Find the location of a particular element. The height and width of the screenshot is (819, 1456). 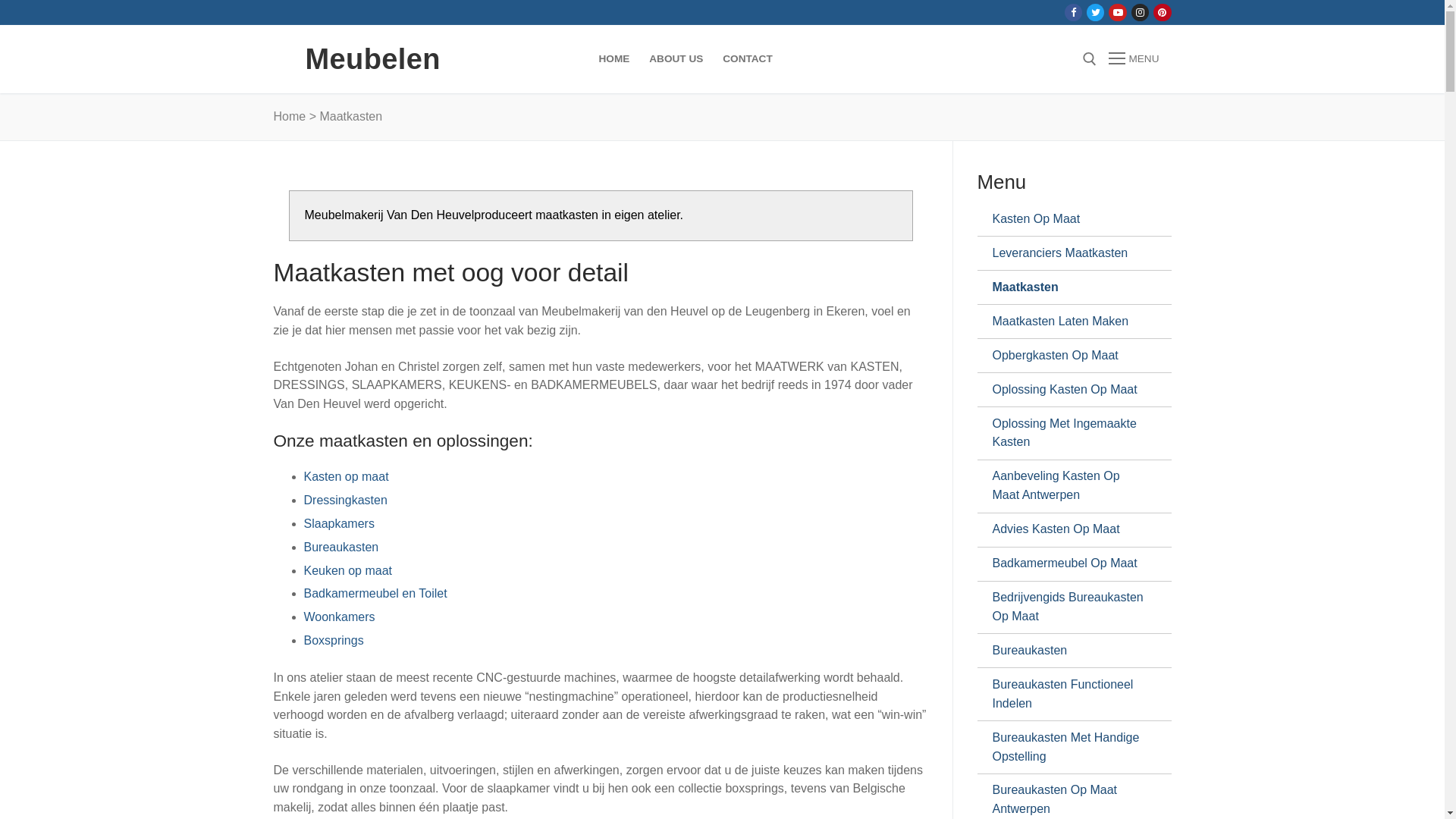

'Oplossing Met Ingemaakte Kasten' is located at coordinates (992, 433).